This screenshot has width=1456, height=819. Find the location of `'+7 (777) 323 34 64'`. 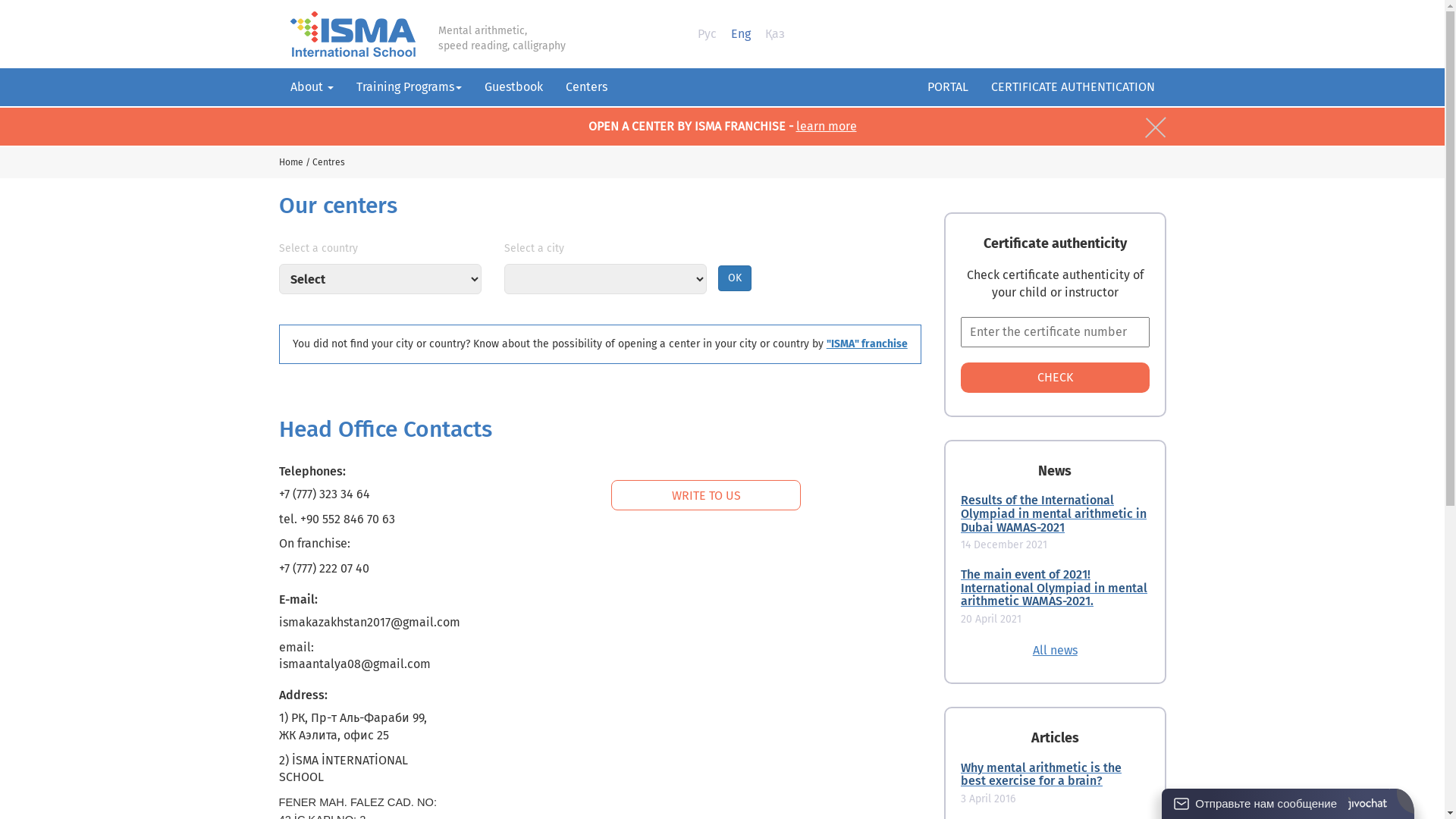

'+7 (777) 323 34 64' is located at coordinates (323, 494).